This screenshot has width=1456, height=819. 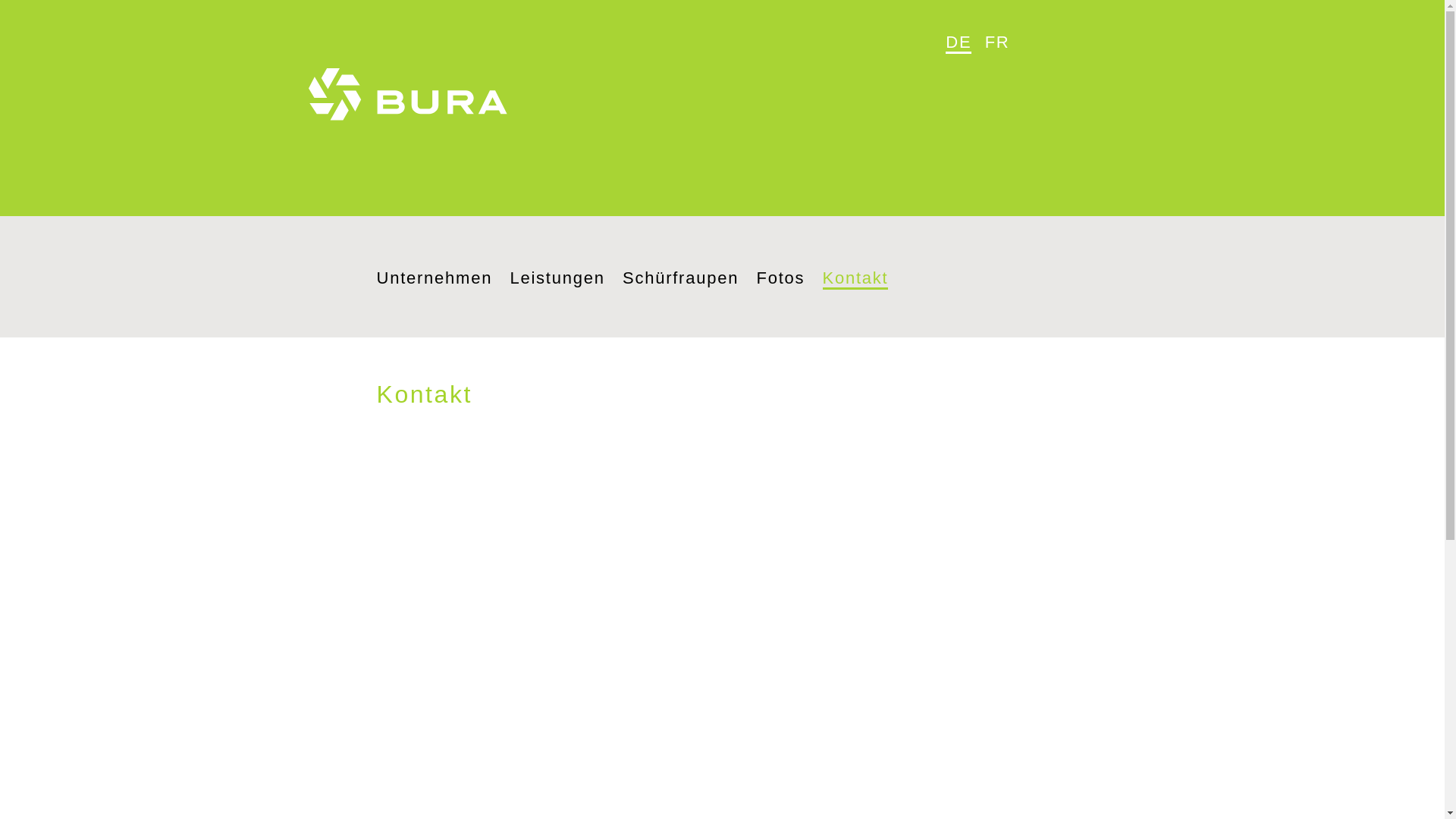 What do you see at coordinates (780, 278) in the screenshot?
I see `'Fotos'` at bounding box center [780, 278].